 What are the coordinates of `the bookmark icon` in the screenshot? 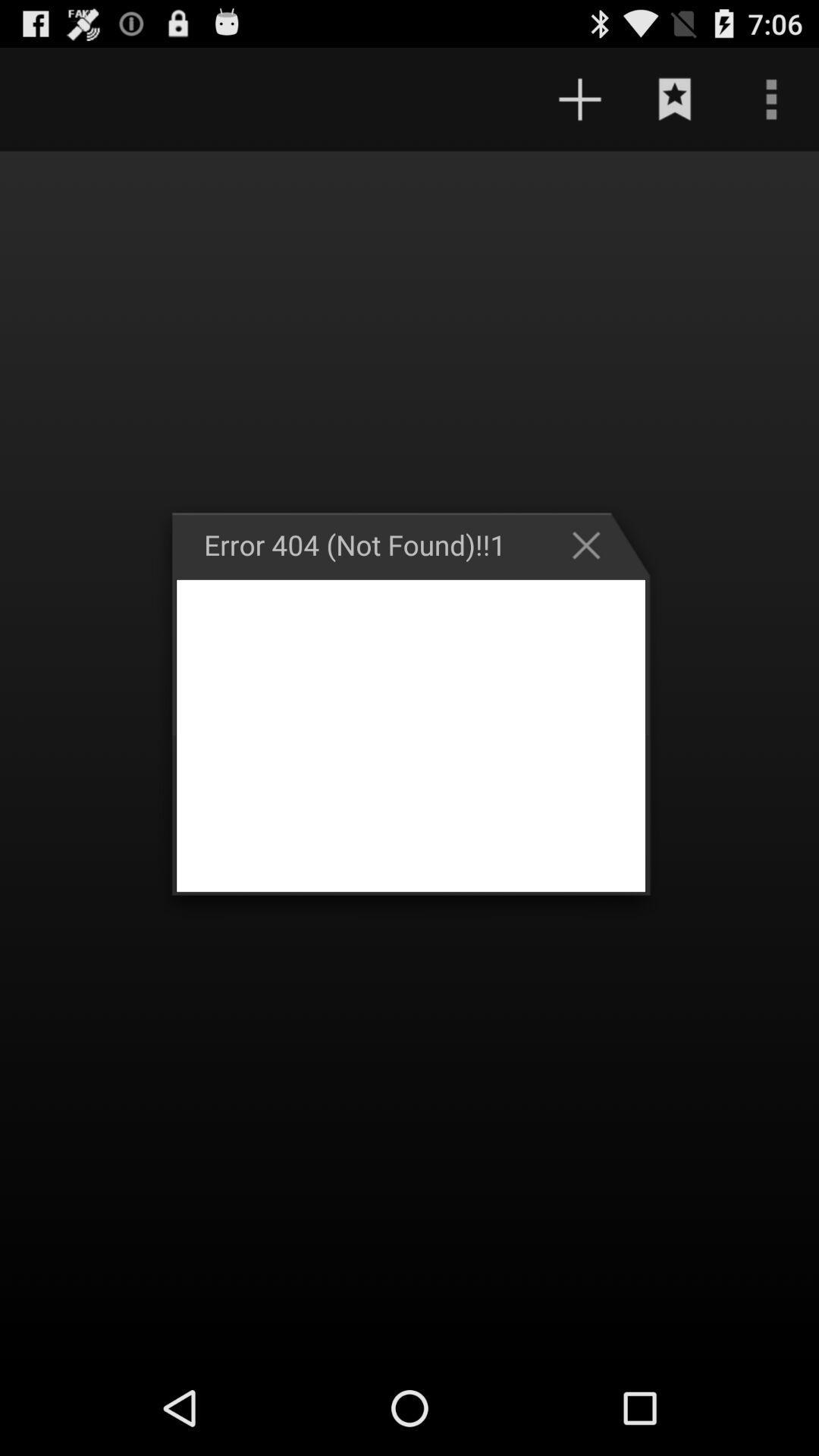 It's located at (675, 105).